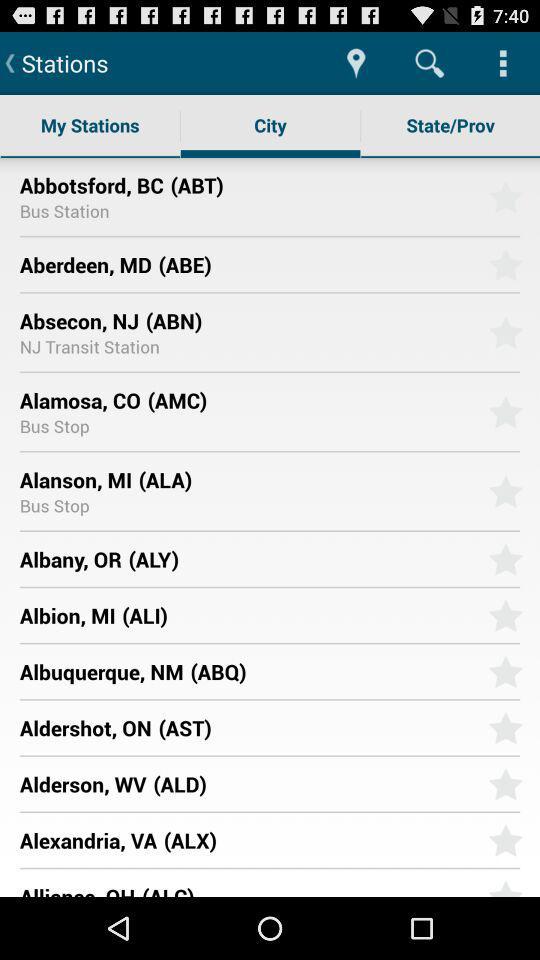 The height and width of the screenshot is (960, 540). Describe the element at coordinates (316, 263) in the screenshot. I see `the (abe) item` at that location.